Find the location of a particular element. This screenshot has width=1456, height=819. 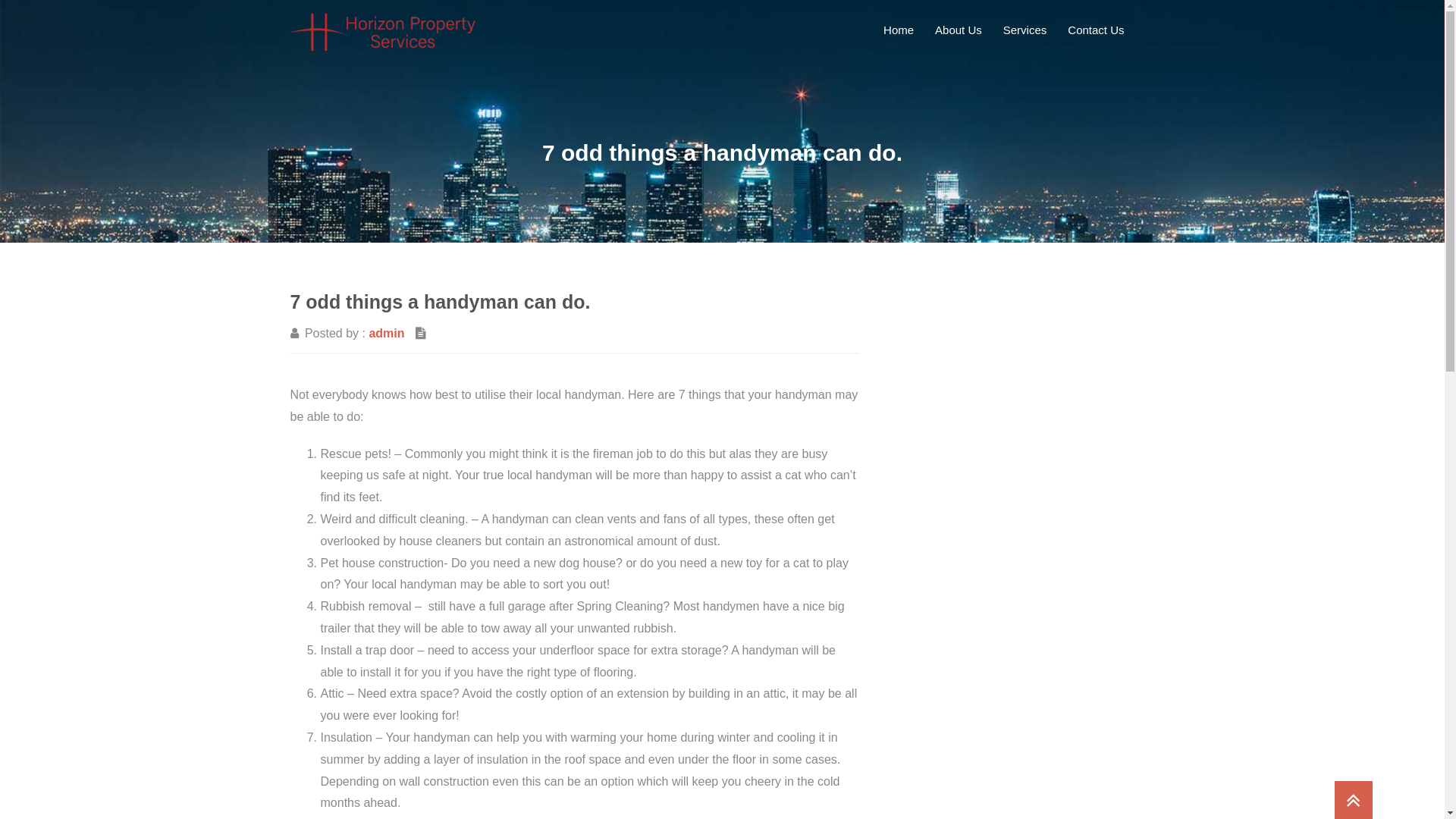

'About Us' is located at coordinates (957, 30).